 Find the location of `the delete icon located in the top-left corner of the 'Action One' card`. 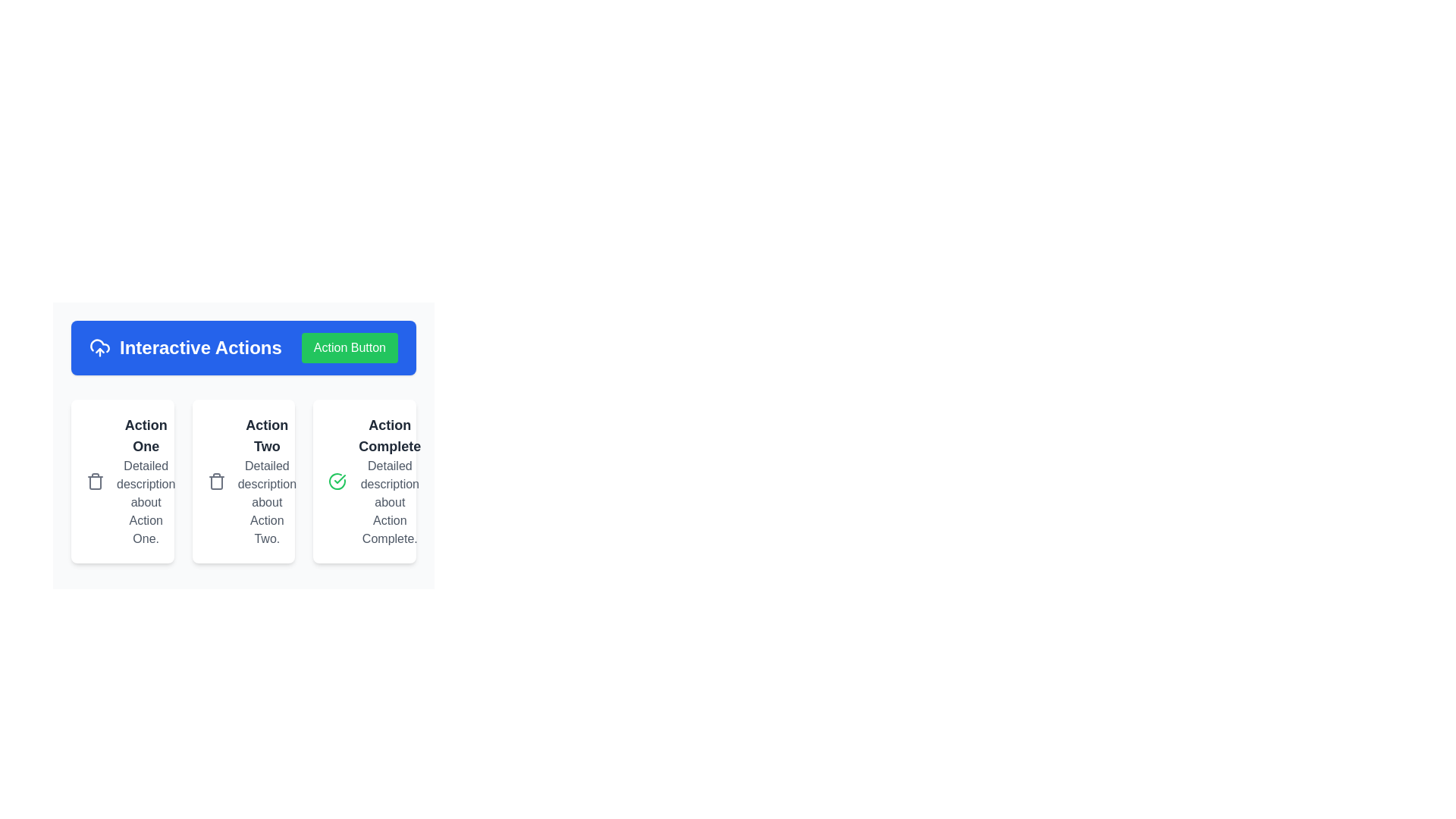

the delete icon located in the top-left corner of the 'Action One' card is located at coordinates (94, 482).